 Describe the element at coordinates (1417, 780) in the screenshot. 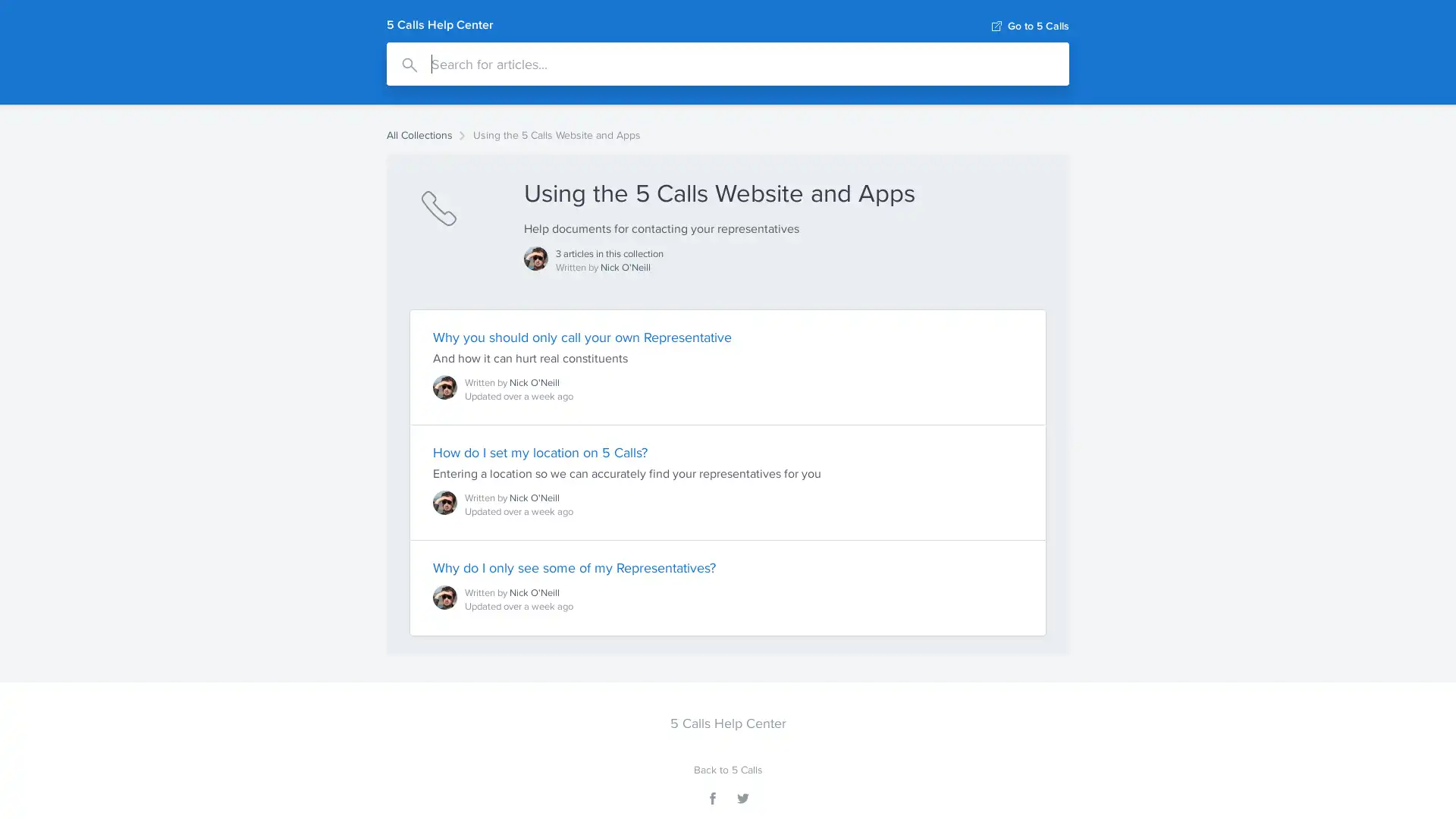

I see `Open Intercom Messenger` at that location.